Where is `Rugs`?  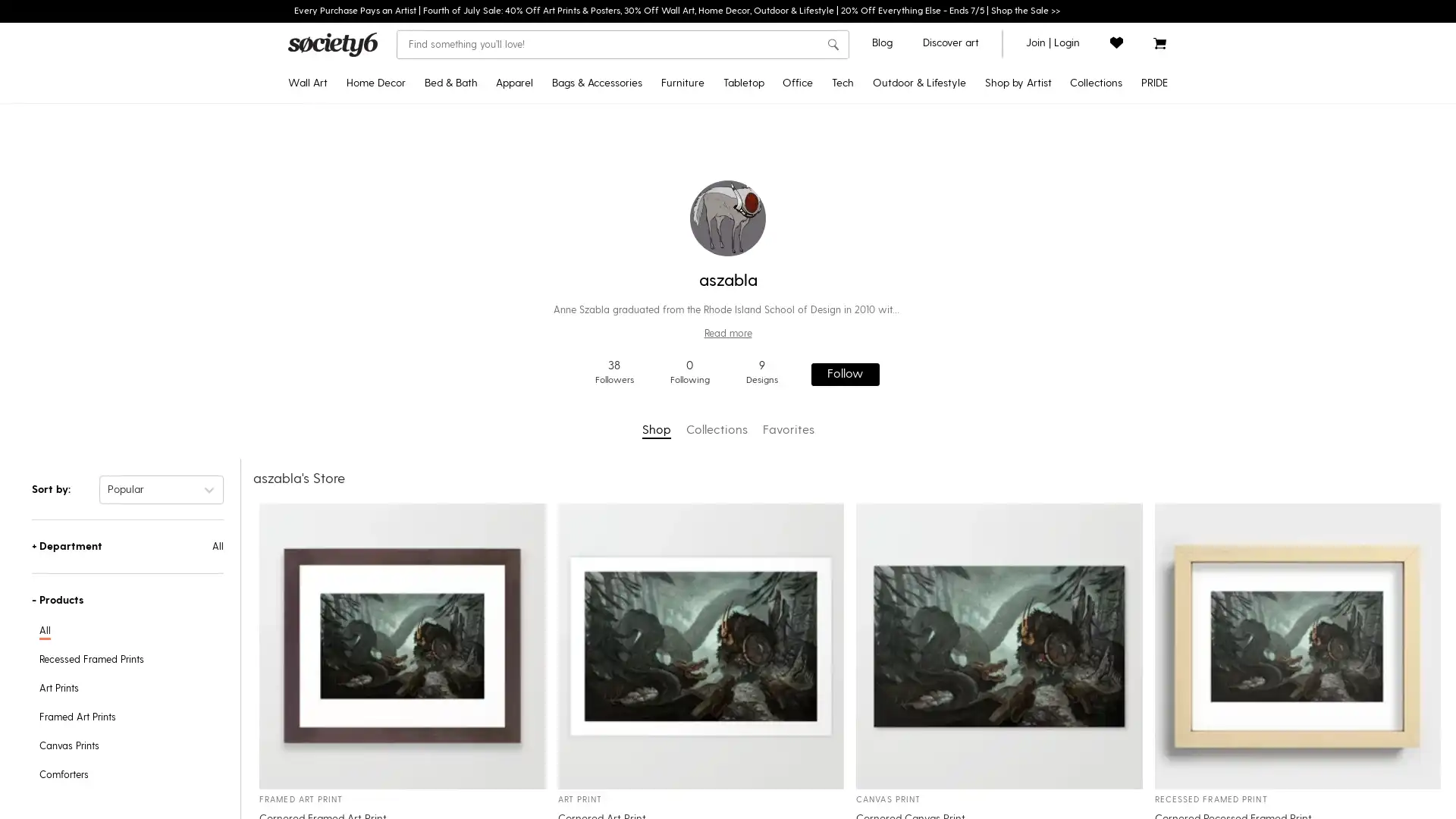
Rugs is located at coordinates (404, 315).